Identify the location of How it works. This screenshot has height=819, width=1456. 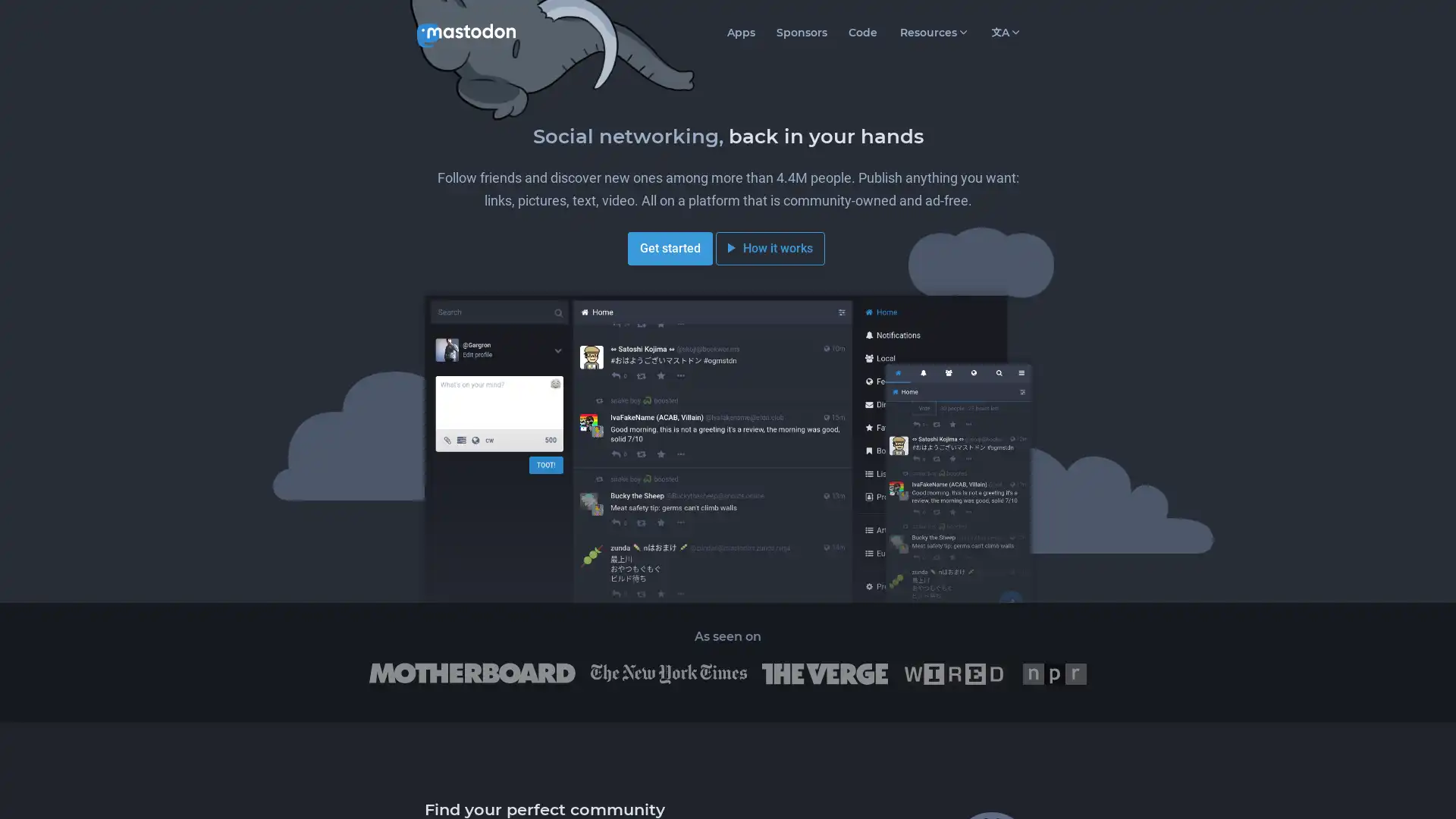
(770, 247).